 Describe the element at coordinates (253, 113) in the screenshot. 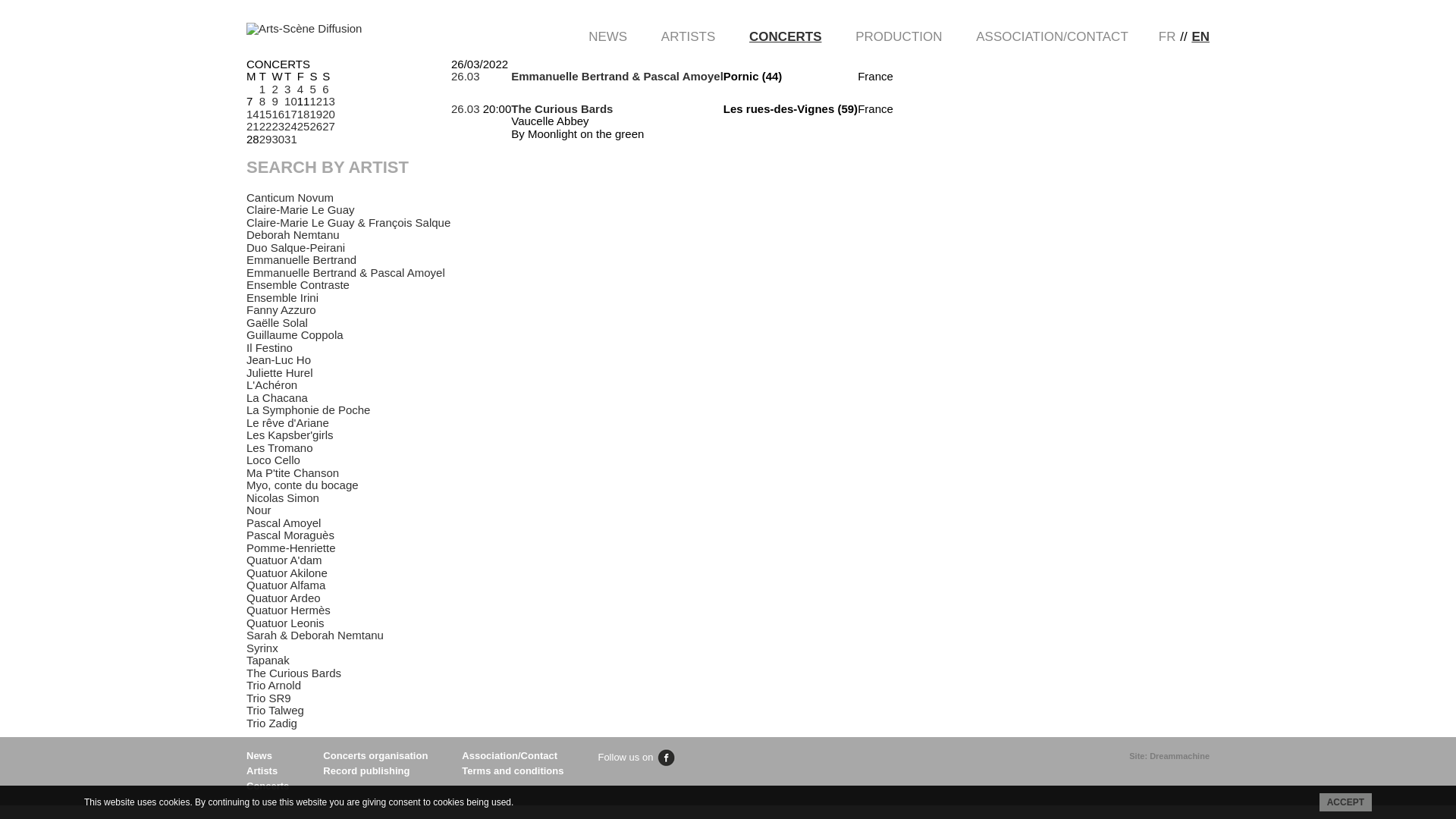

I see `'14'` at that location.